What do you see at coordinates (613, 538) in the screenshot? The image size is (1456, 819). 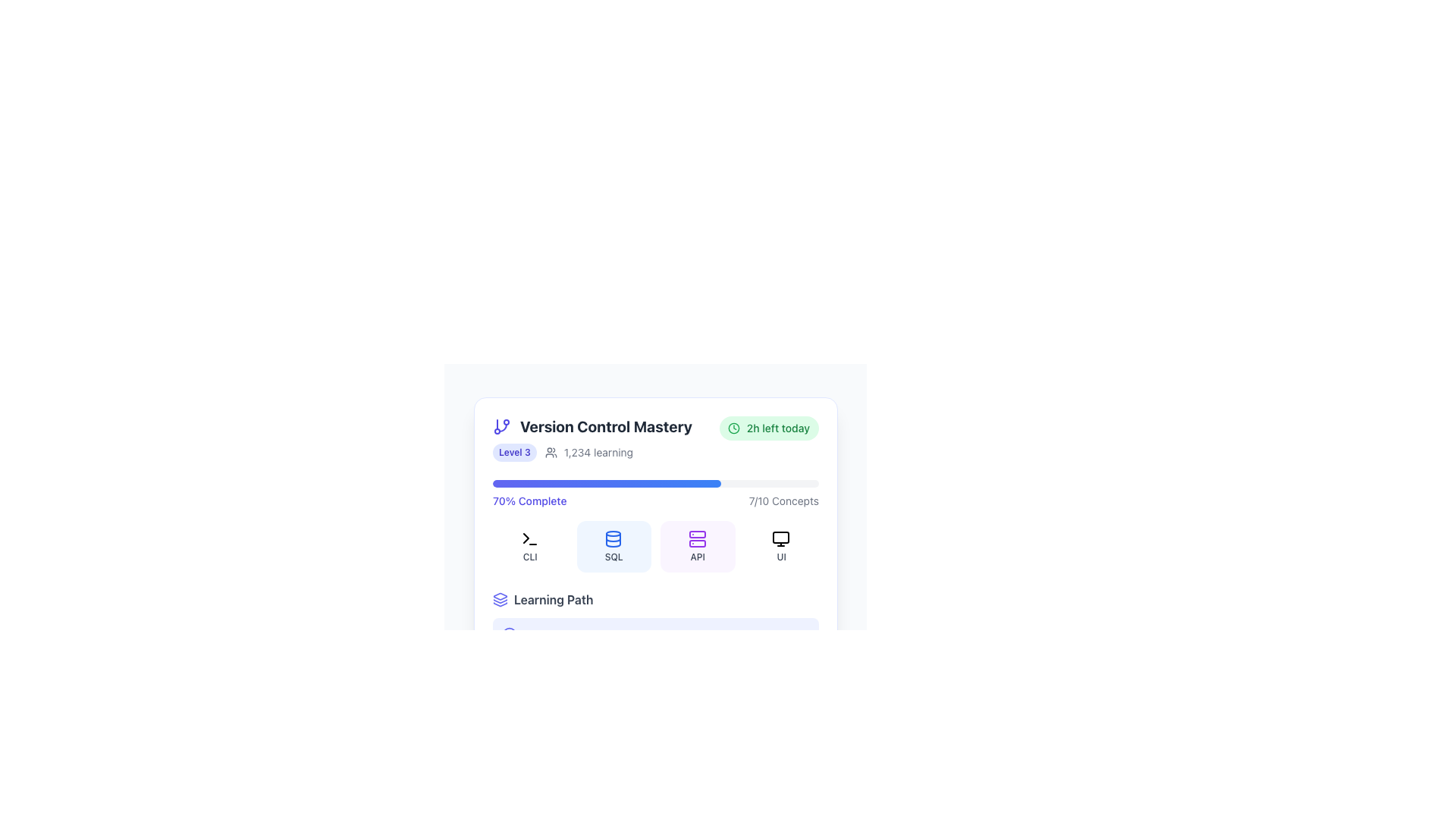 I see `the stylized database icon located within the 'SQL' button of the 'Version Control Mastery' course section` at bounding box center [613, 538].